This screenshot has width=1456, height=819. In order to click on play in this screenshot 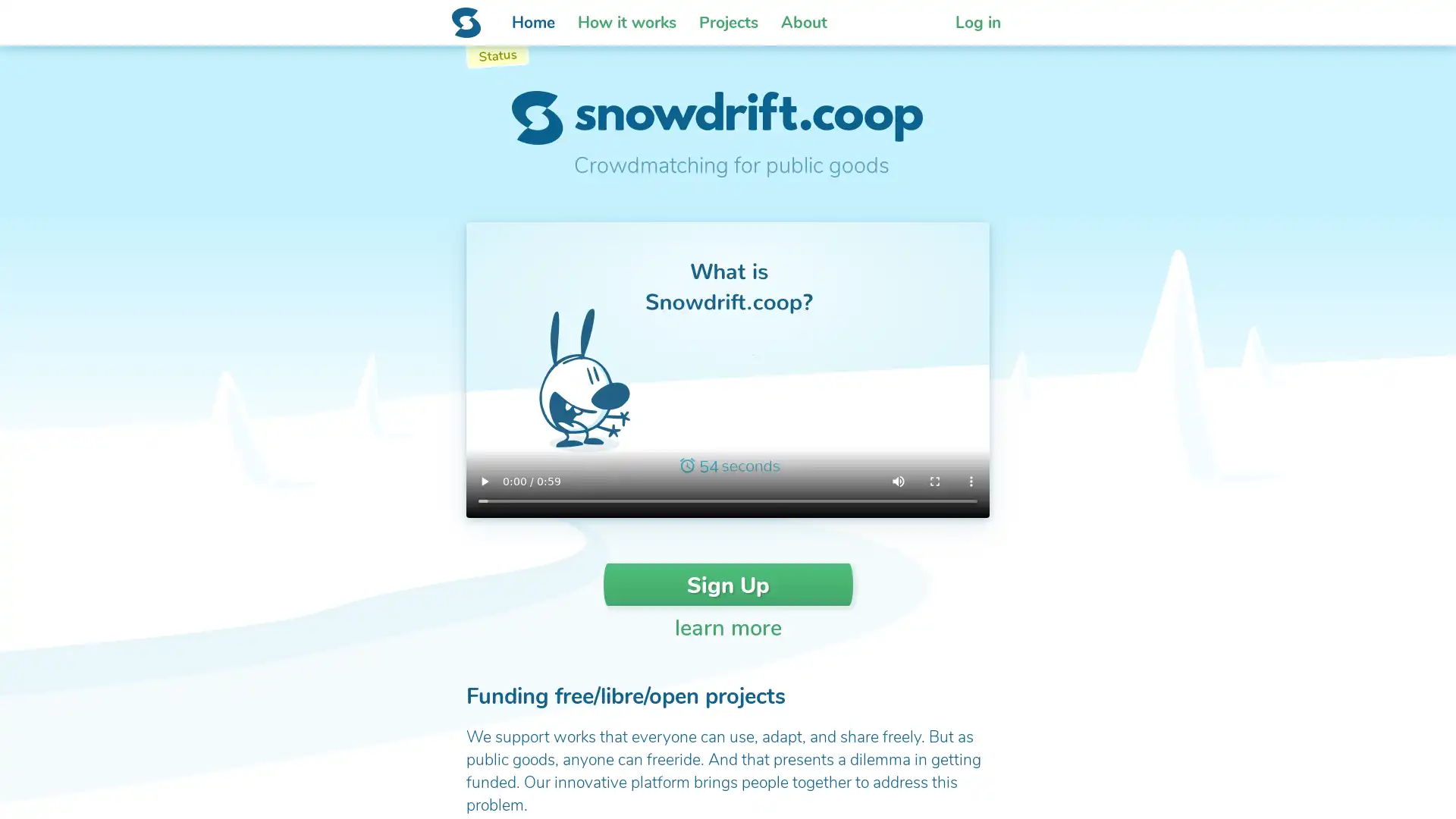, I will do `click(483, 482)`.